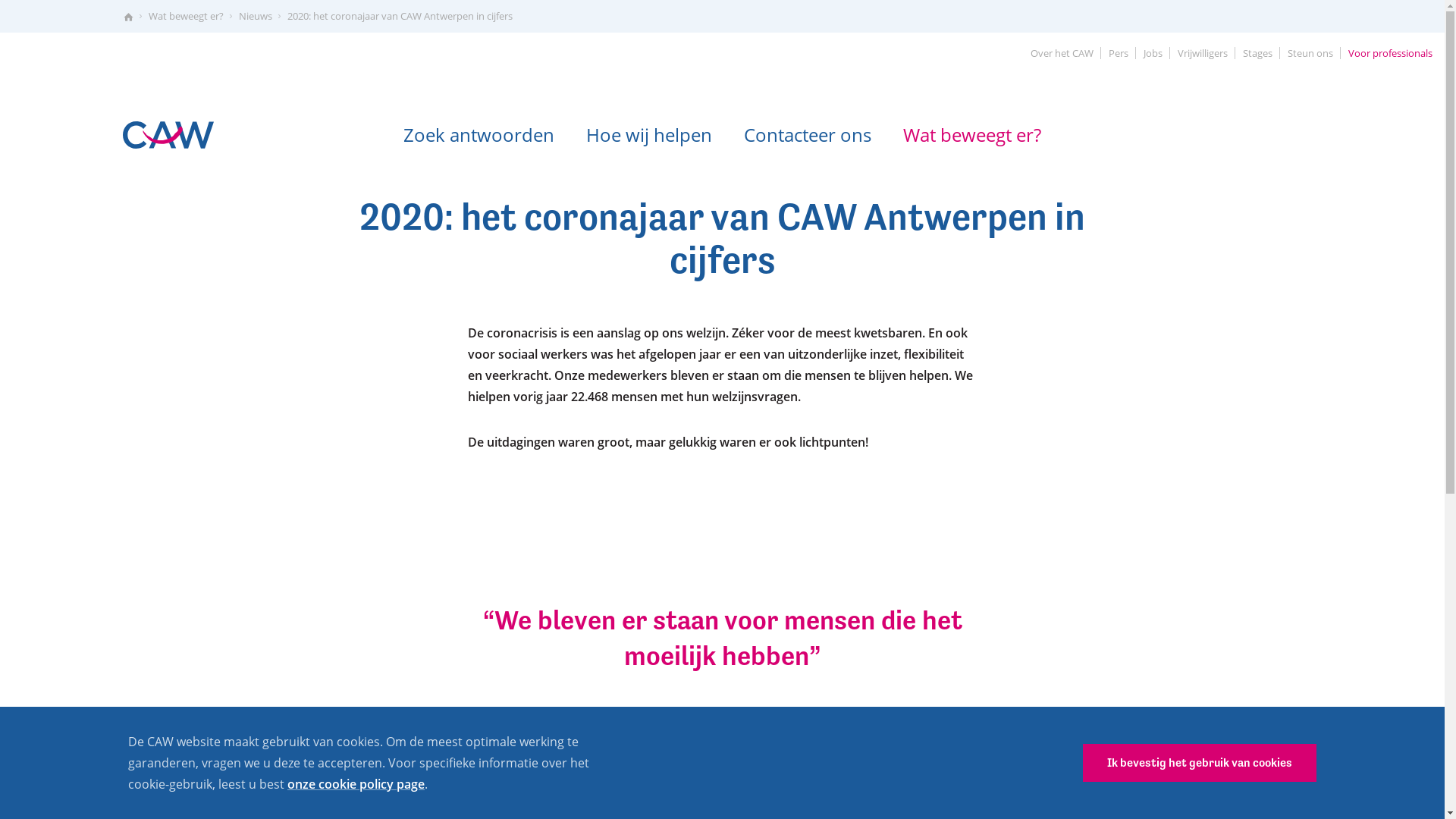 The image size is (1456, 819). Describe the element at coordinates (1061, 52) in the screenshot. I see `'Over het CAW'` at that location.